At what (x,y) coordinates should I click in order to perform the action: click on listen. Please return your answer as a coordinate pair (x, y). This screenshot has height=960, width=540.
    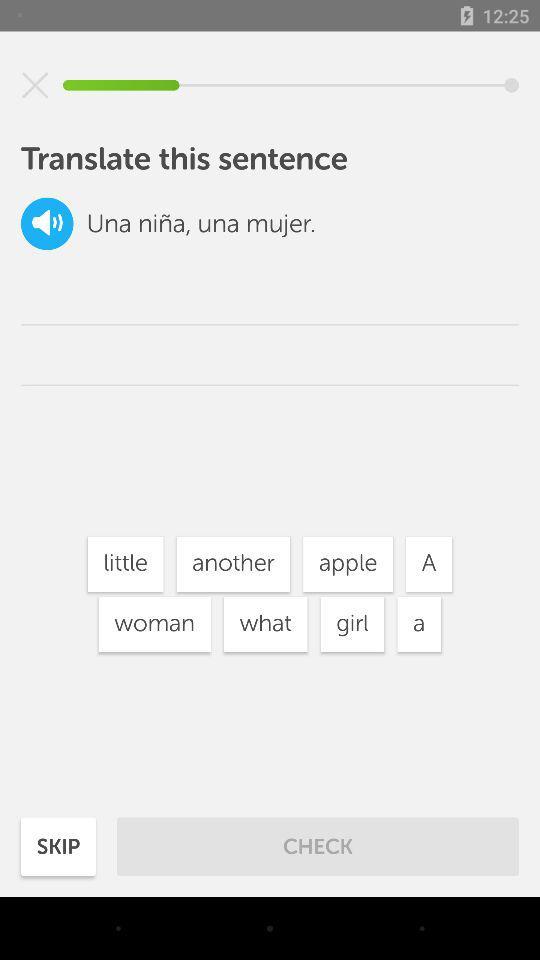
    Looking at the image, I should click on (47, 223).